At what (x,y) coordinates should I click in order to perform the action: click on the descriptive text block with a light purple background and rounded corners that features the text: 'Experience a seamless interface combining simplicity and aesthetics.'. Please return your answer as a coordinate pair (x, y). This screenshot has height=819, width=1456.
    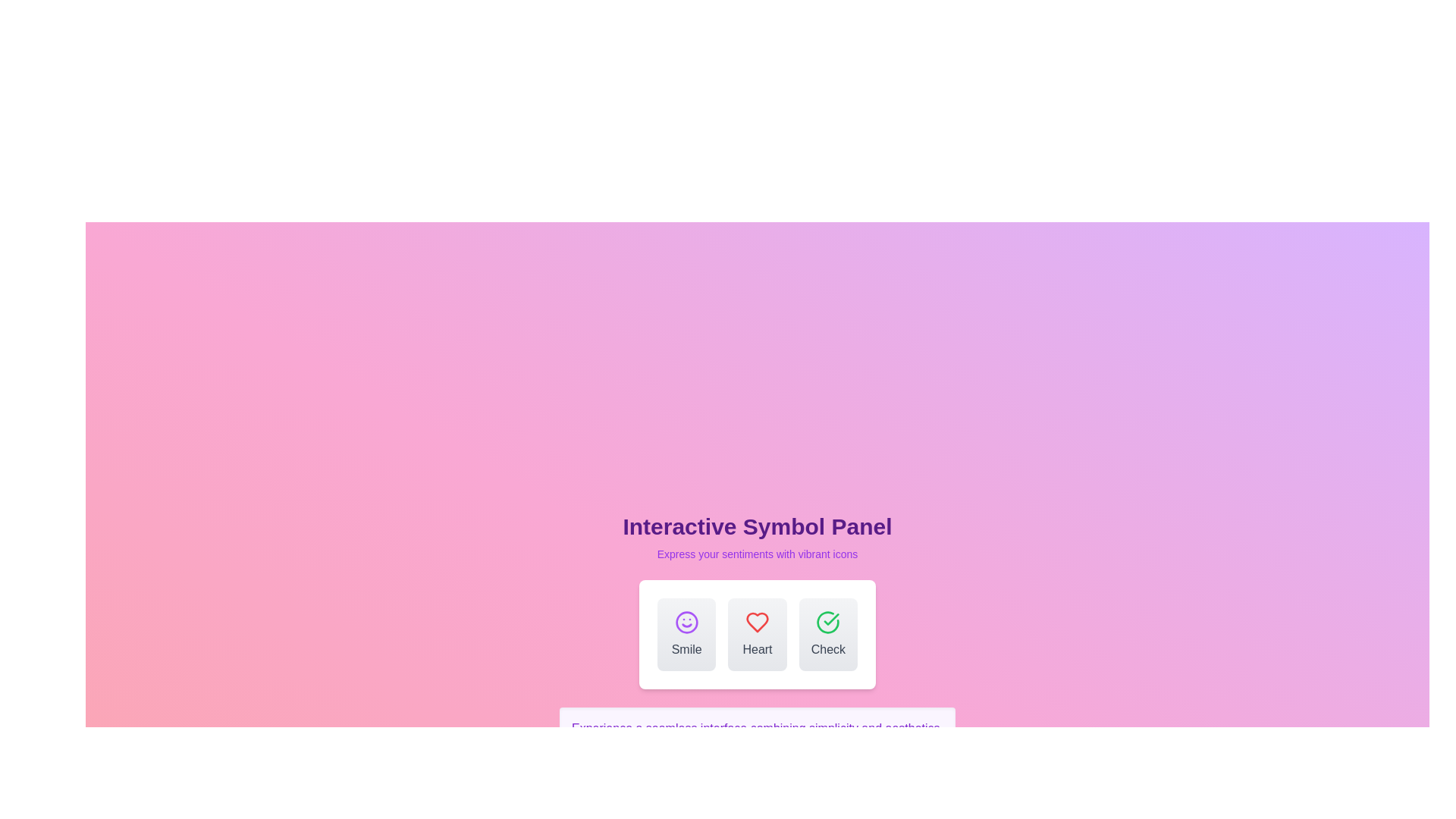
    Looking at the image, I should click on (757, 727).